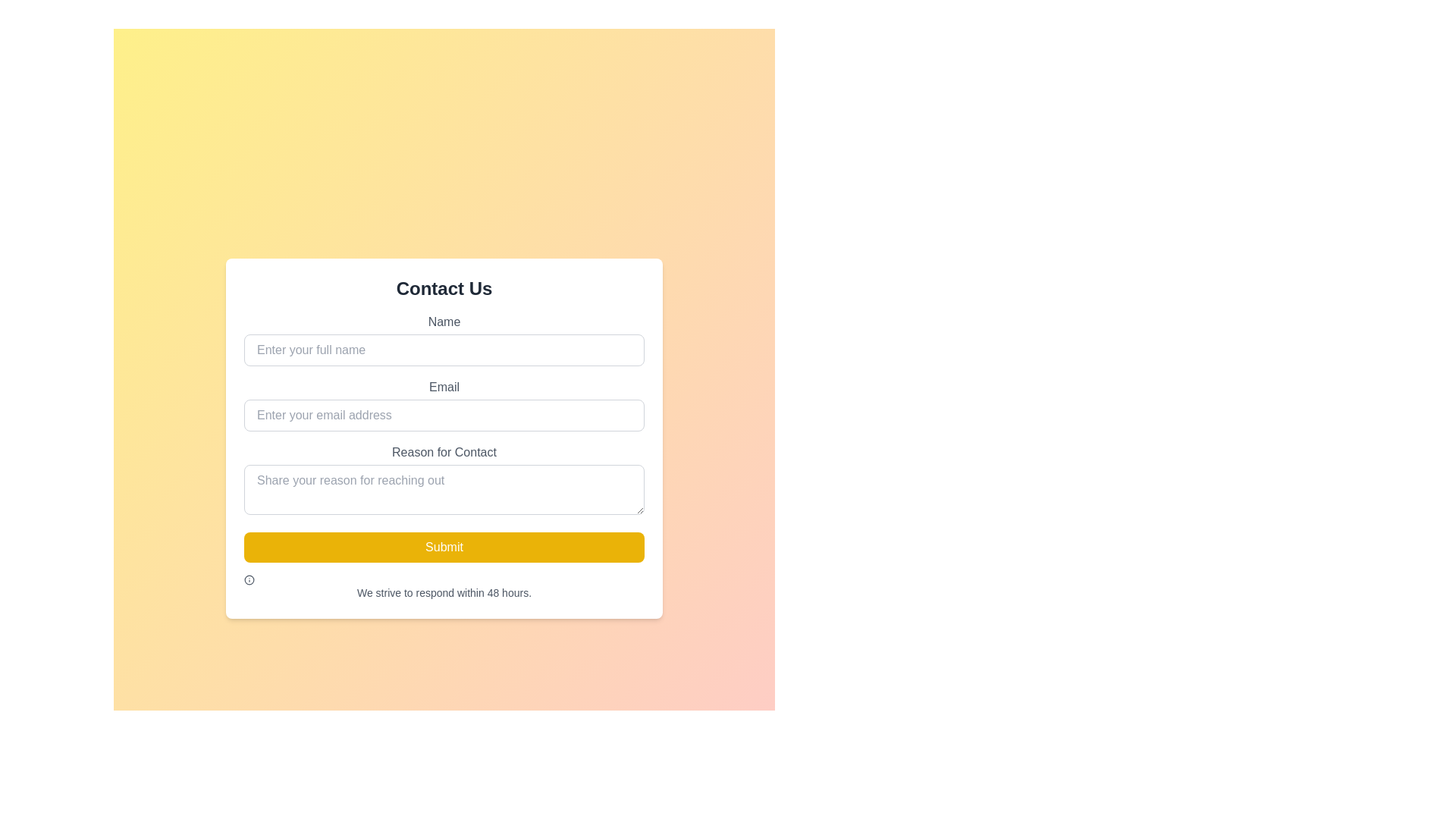 Image resolution: width=1456 pixels, height=819 pixels. Describe the element at coordinates (443, 451) in the screenshot. I see `the 'Reason for Contact' text label, which is styled with a medium font weight and light gray color, positioned above the input field for sharing the reason for reaching out` at that location.